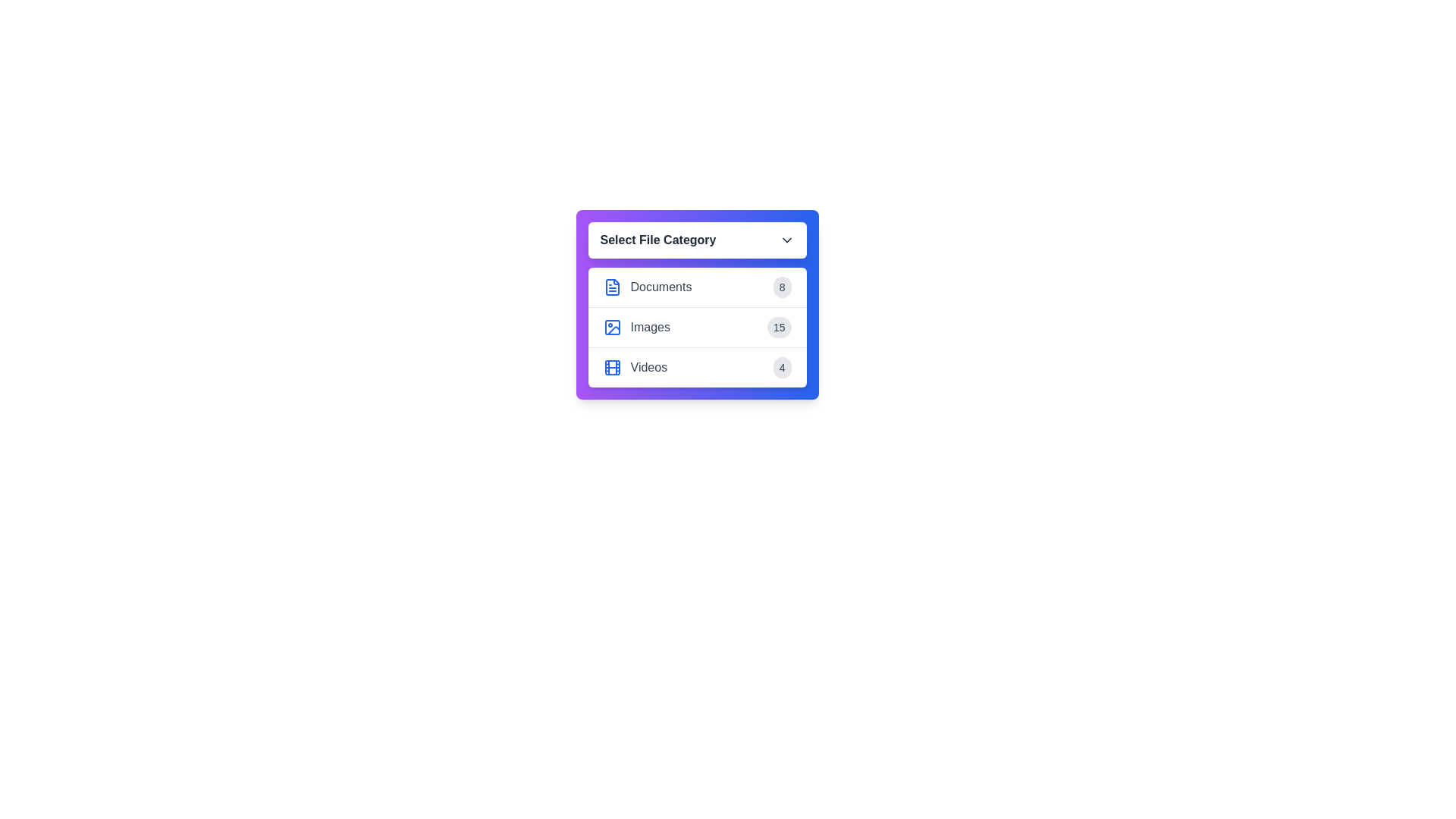 The height and width of the screenshot is (819, 1456). What do you see at coordinates (696, 327) in the screenshot?
I see `the 'Images' category row in the dropdown menu` at bounding box center [696, 327].